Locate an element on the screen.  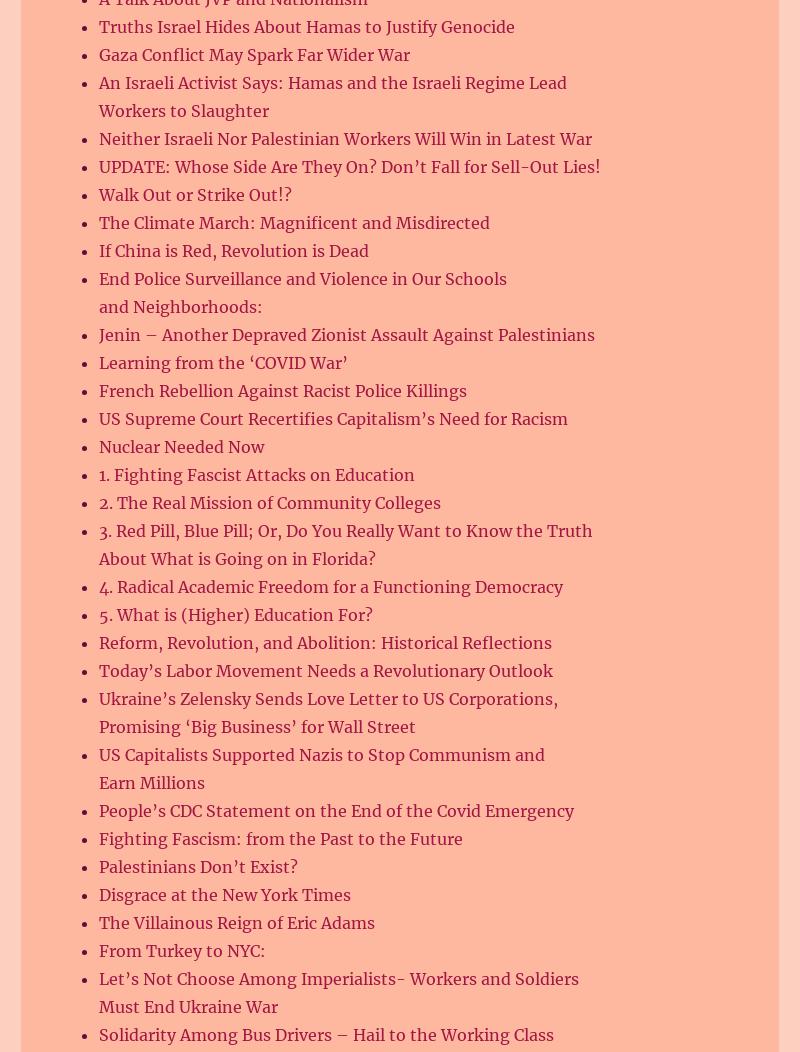
'Truths Israel Hides About Hamas to Justify Genocide' is located at coordinates (306, 27).